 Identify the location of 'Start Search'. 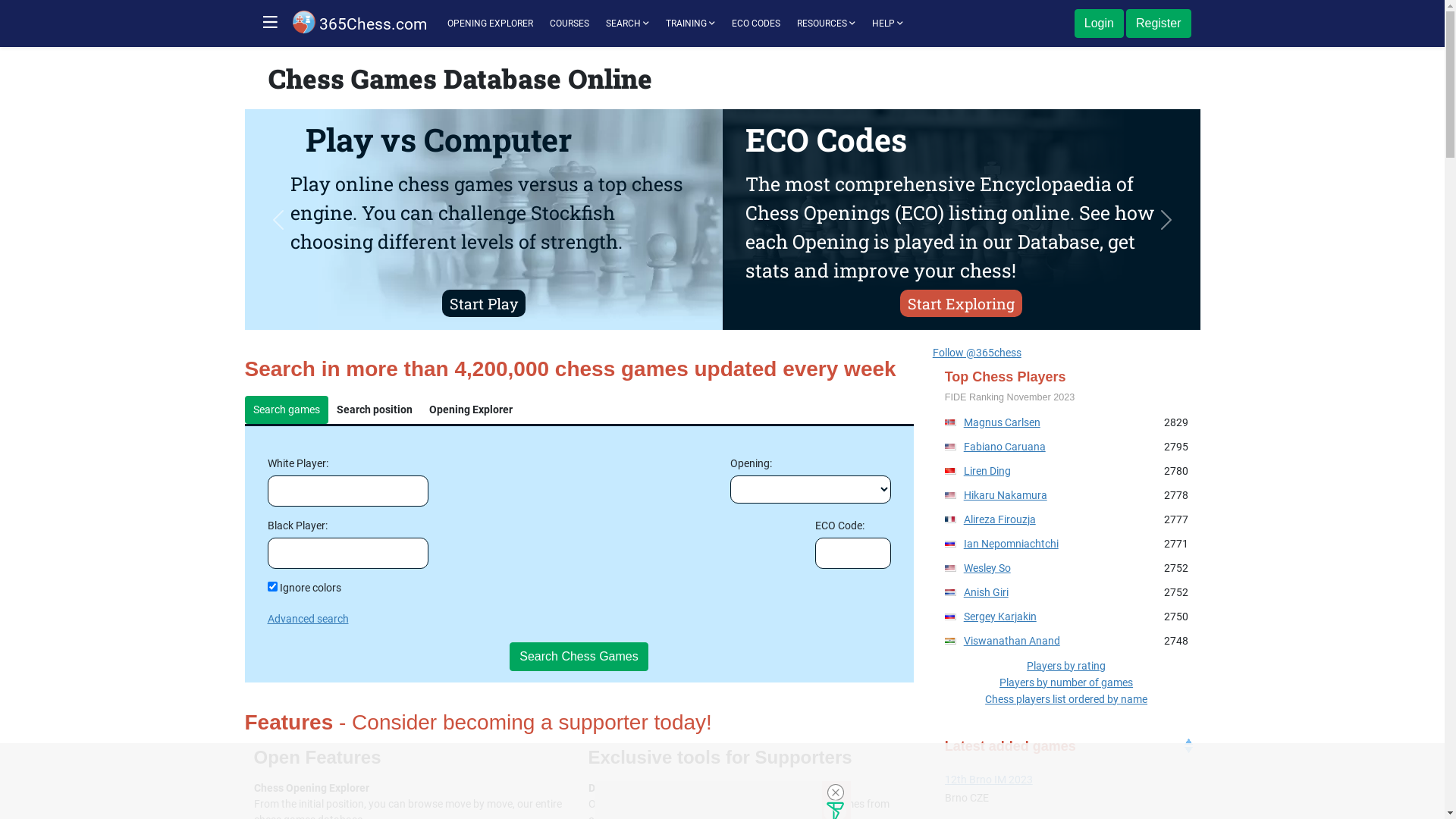
(482, 303).